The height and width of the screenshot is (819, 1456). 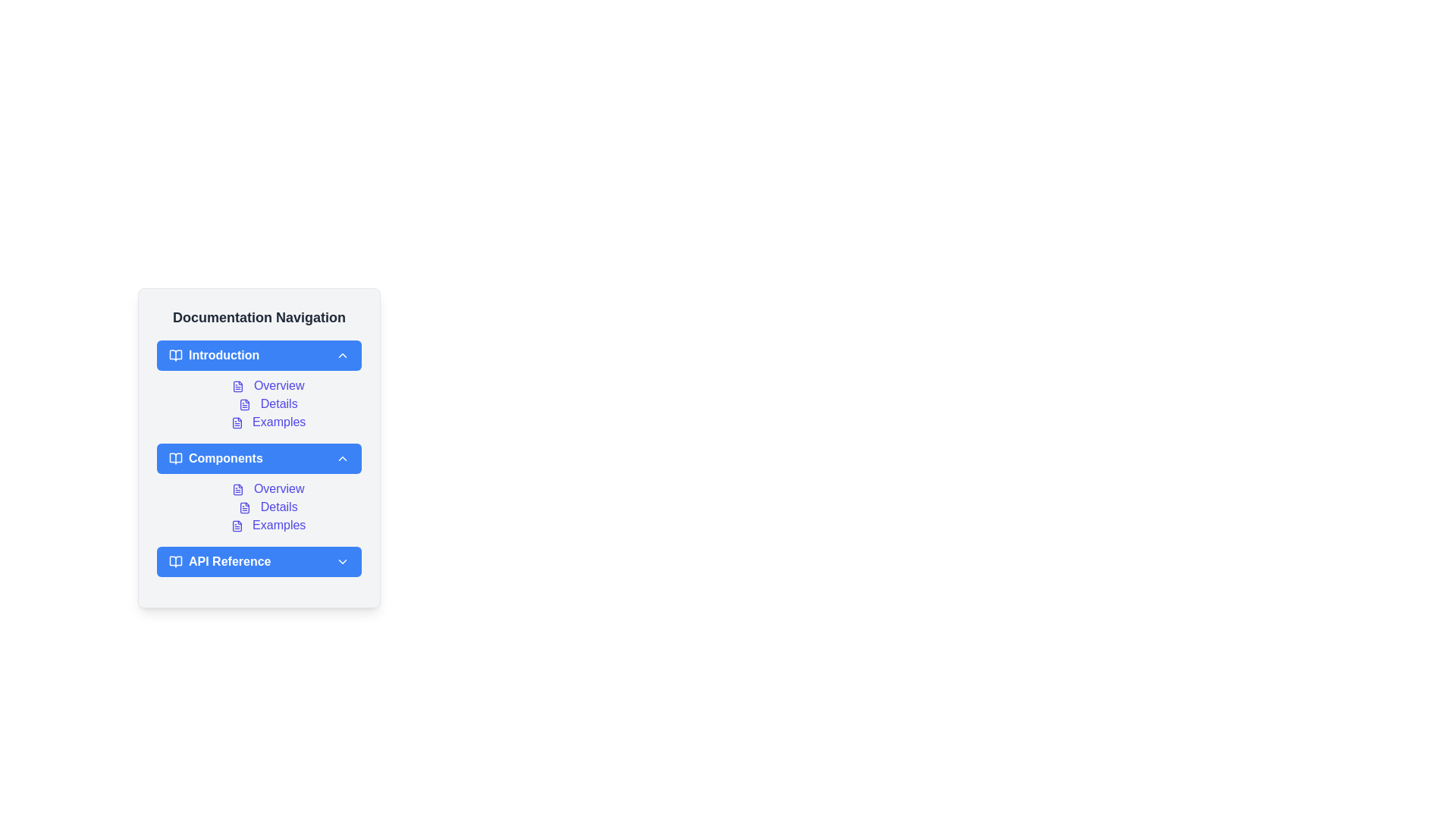 I want to click on the 'Components' button, which has a blue background, rounded corners, and white text, so click(x=259, y=458).